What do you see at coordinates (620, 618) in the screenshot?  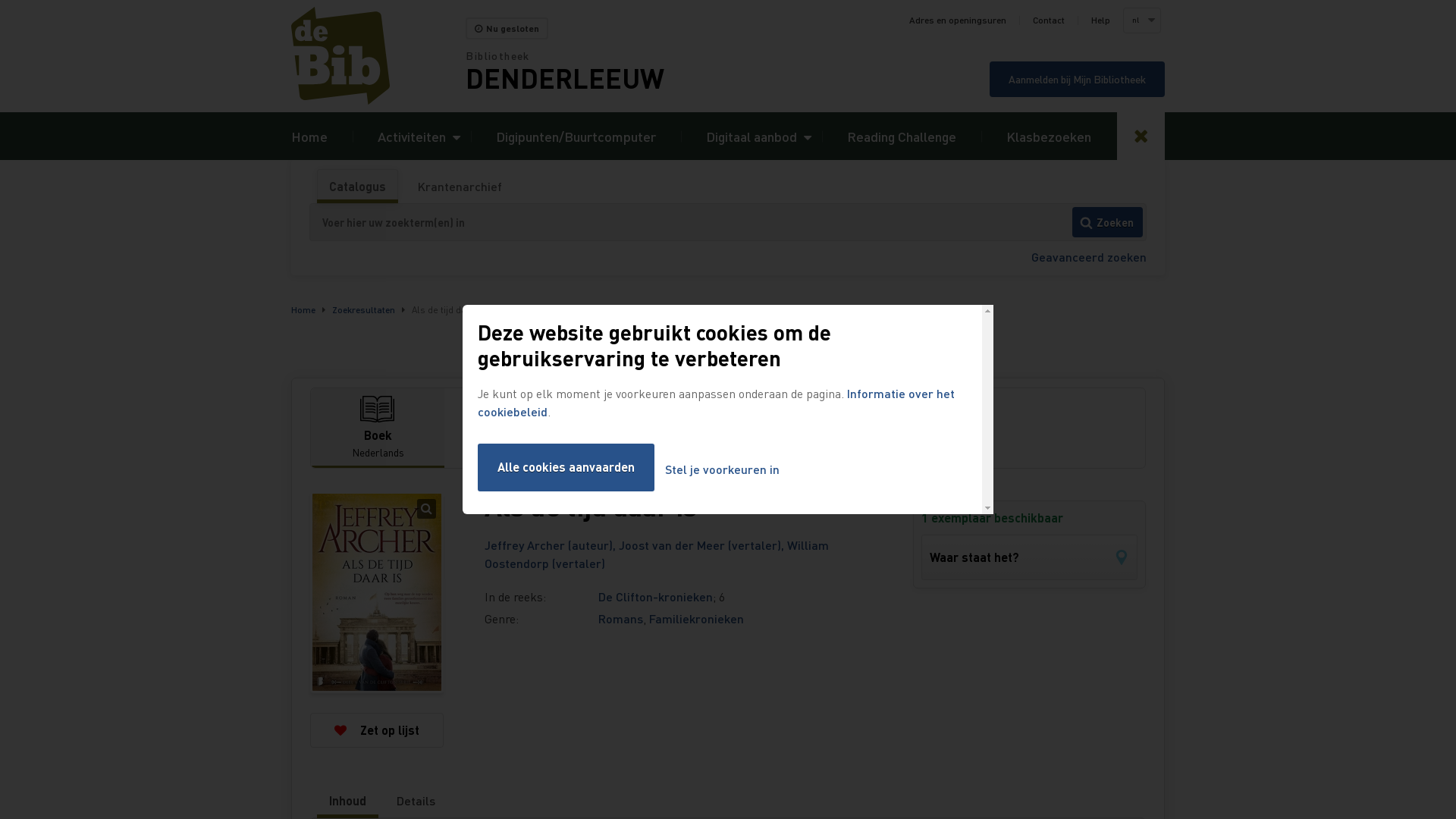 I see `'Romans'` at bounding box center [620, 618].